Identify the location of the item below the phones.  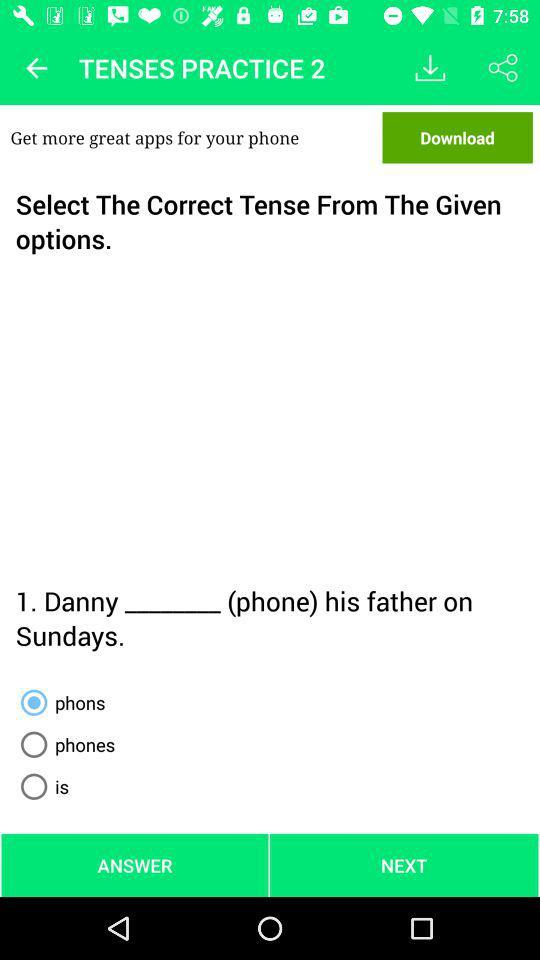
(41, 786).